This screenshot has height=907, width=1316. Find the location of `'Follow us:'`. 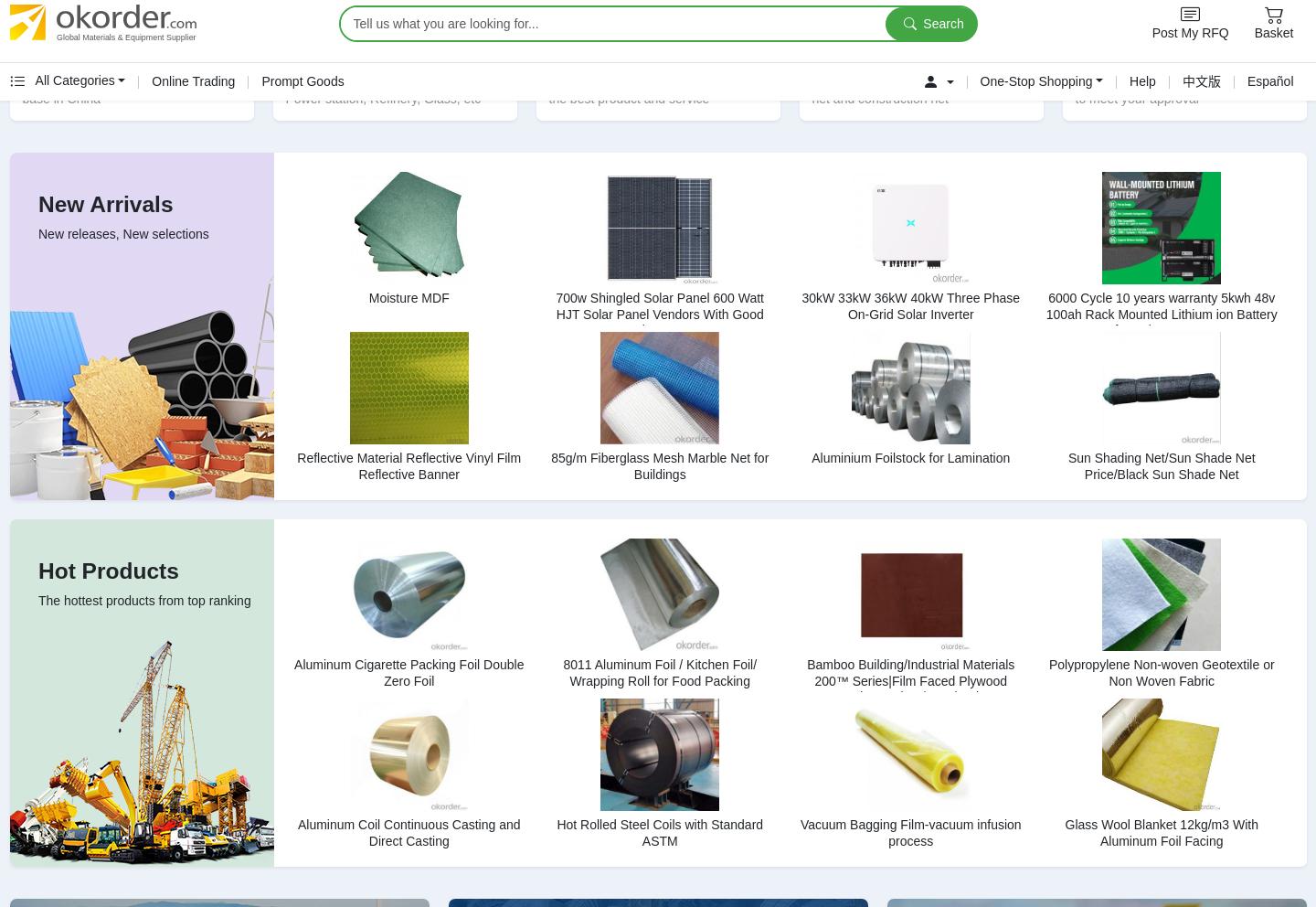

'Follow us:' is located at coordinates (1090, 770).